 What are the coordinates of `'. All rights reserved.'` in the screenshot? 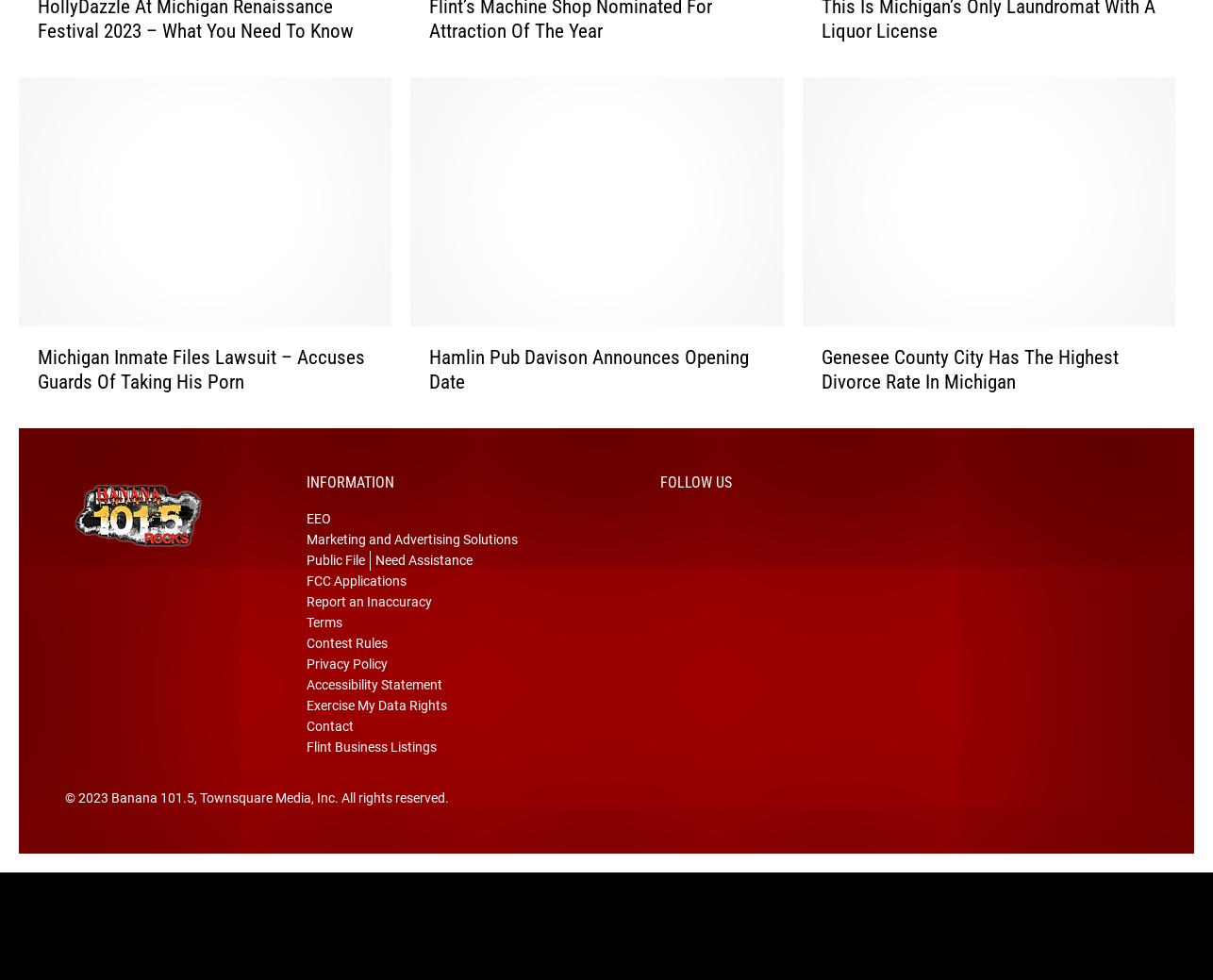 It's located at (390, 822).